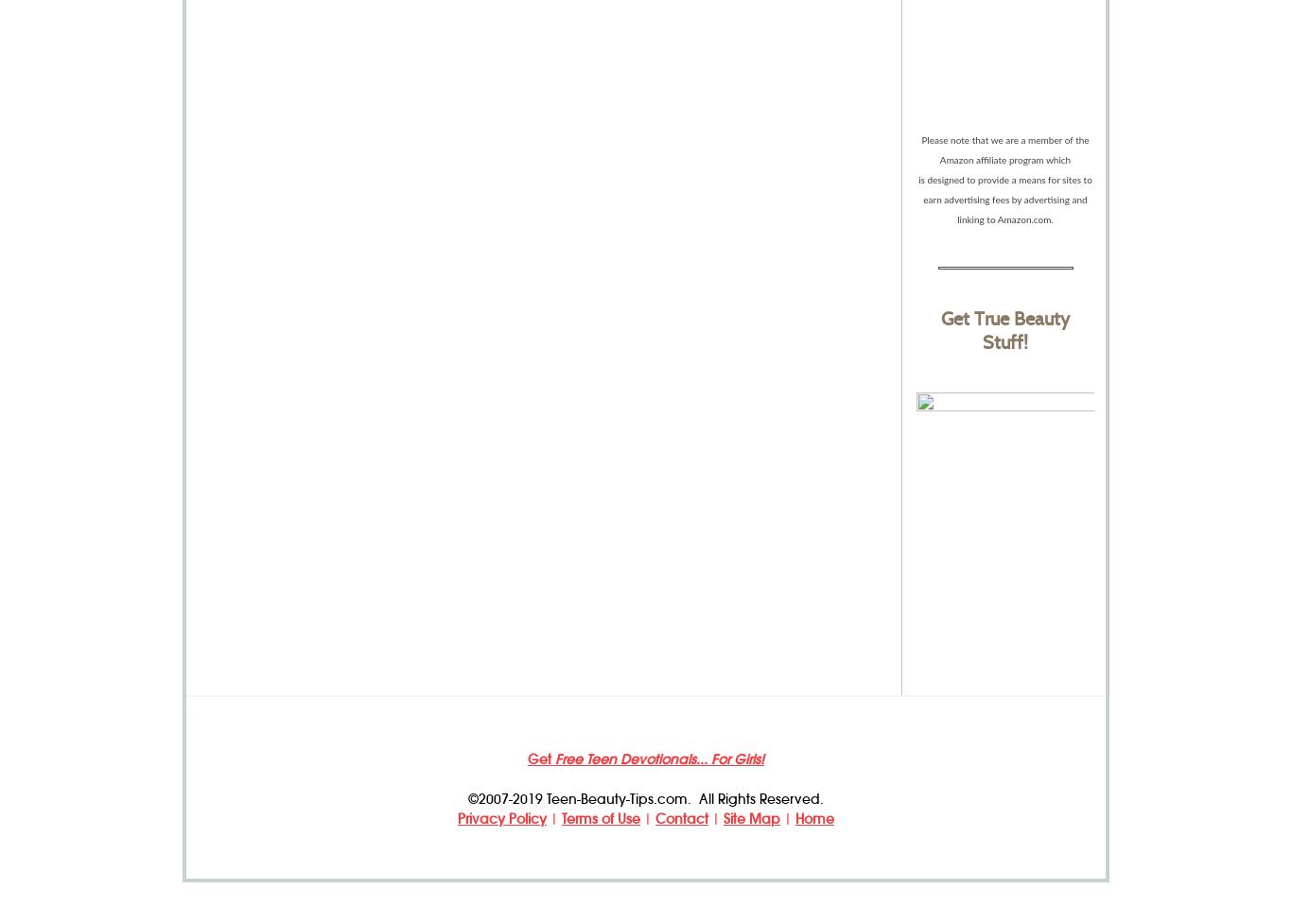  I want to click on 'Please note that we are a member of the Amazon affiliate program which is', so click(1002, 159).